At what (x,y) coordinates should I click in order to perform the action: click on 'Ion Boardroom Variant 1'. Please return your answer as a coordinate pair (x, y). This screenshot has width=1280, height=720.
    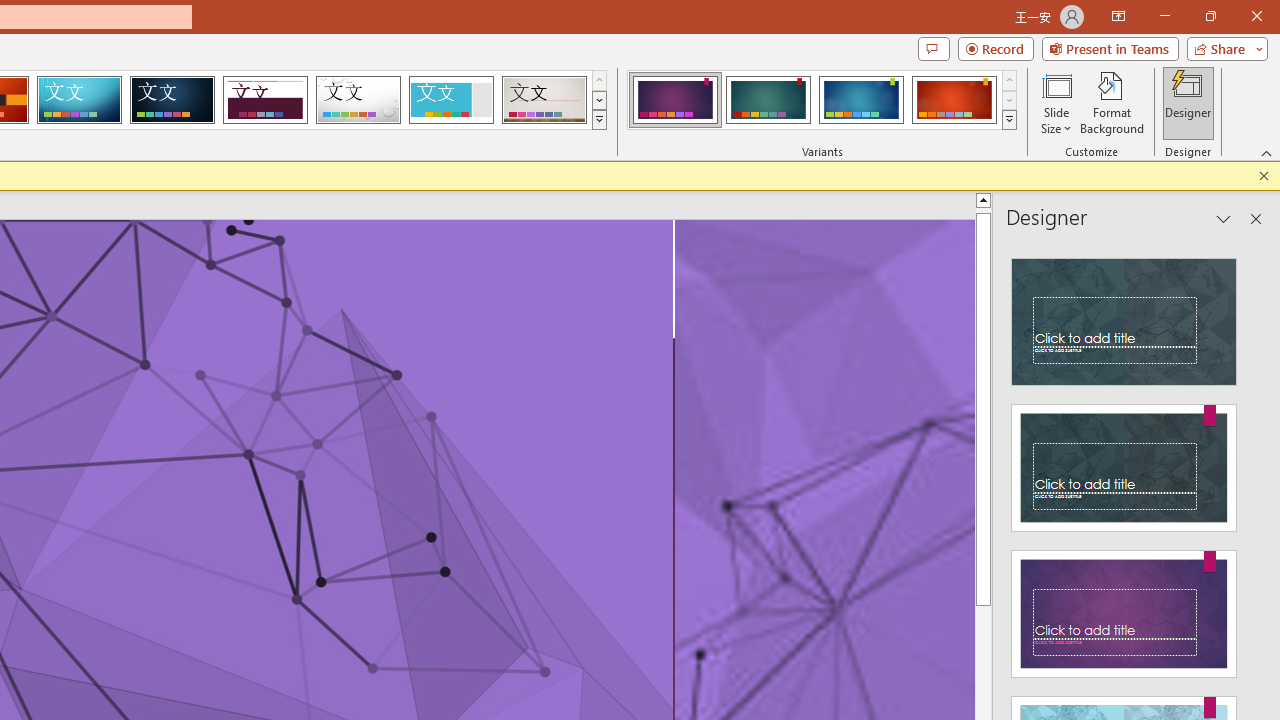
    Looking at the image, I should click on (675, 100).